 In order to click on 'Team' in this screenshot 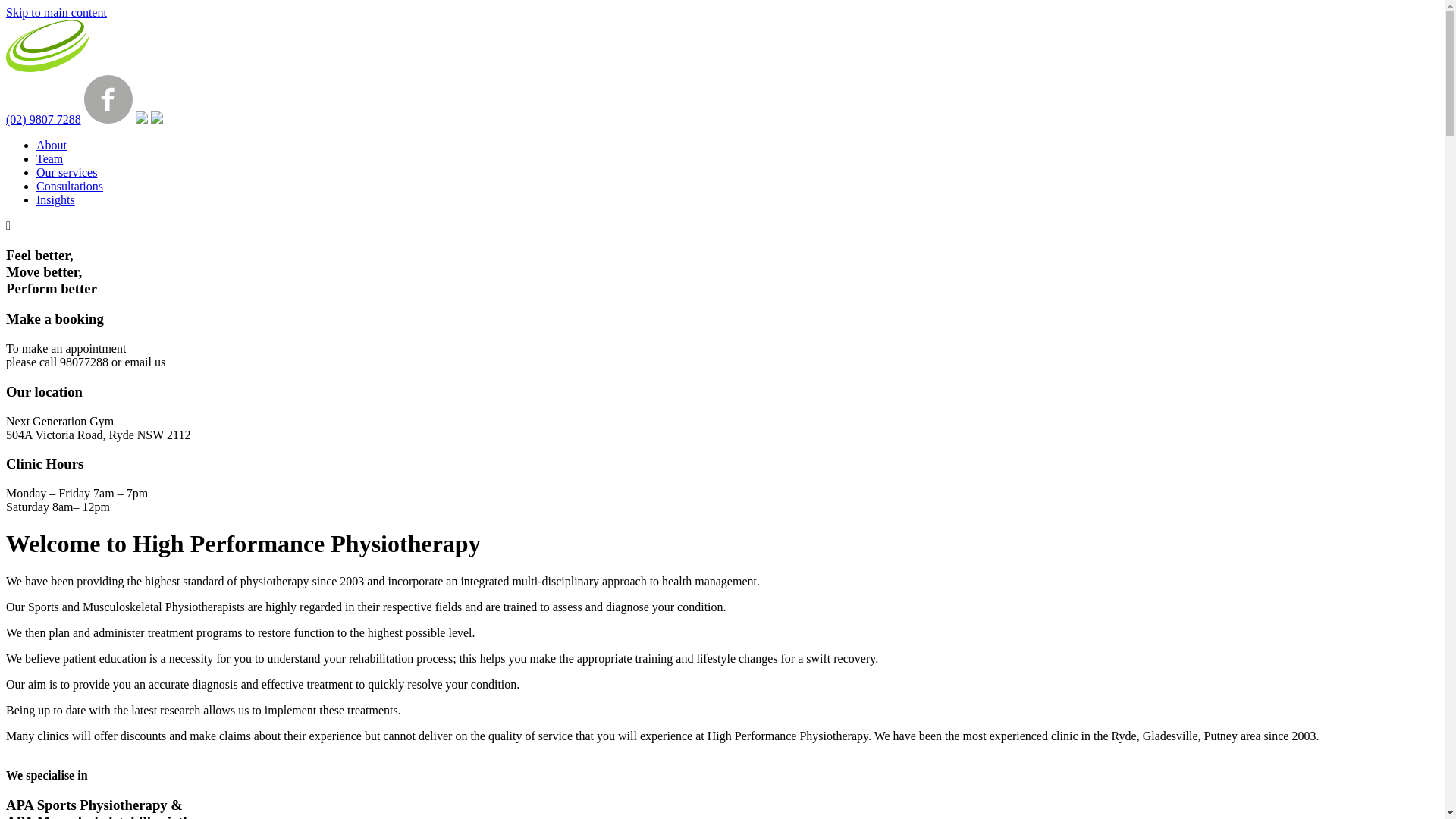, I will do `click(49, 158)`.